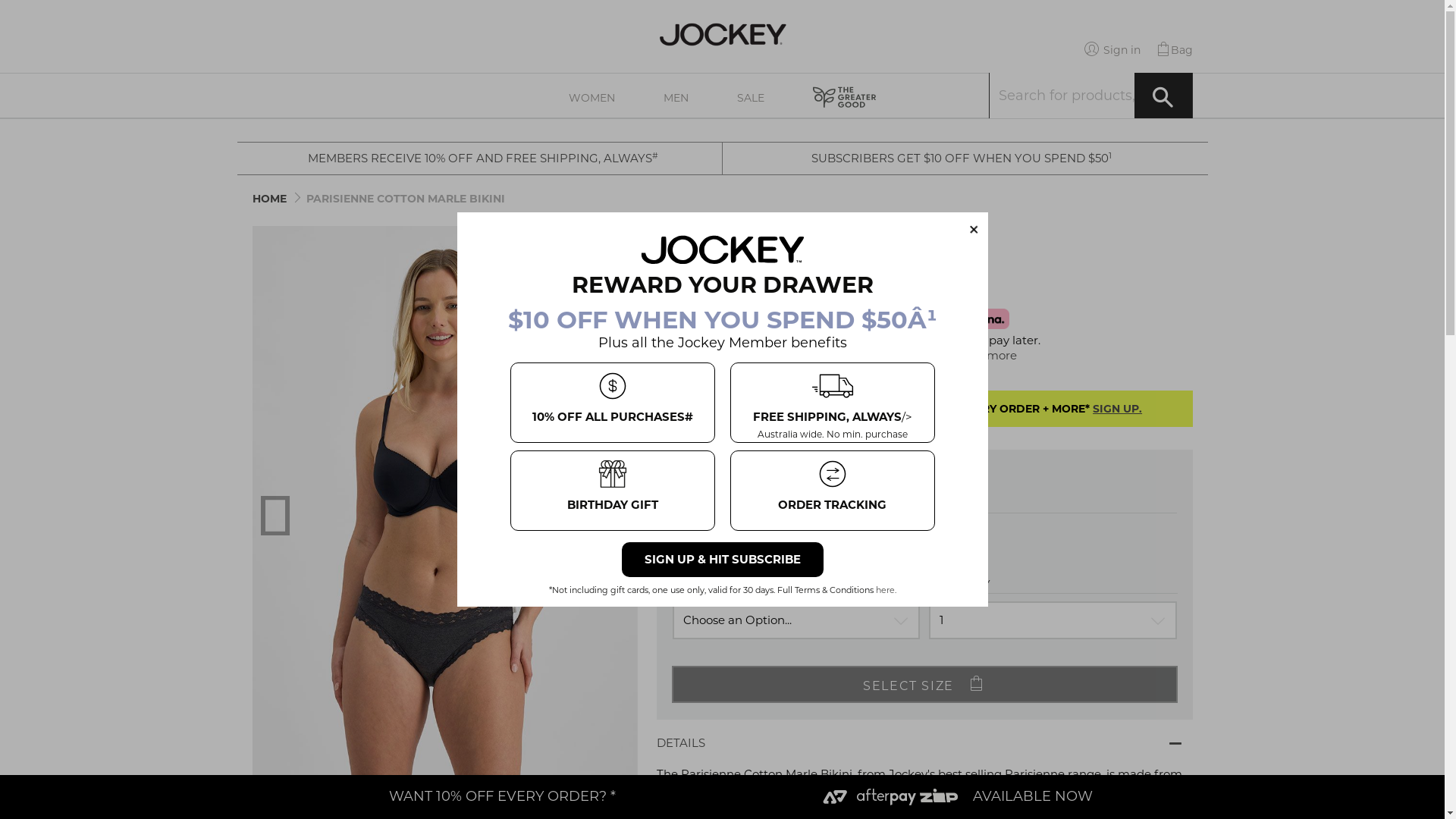  Describe the element at coordinates (984, 355) in the screenshot. I see `'Learn more'` at that location.